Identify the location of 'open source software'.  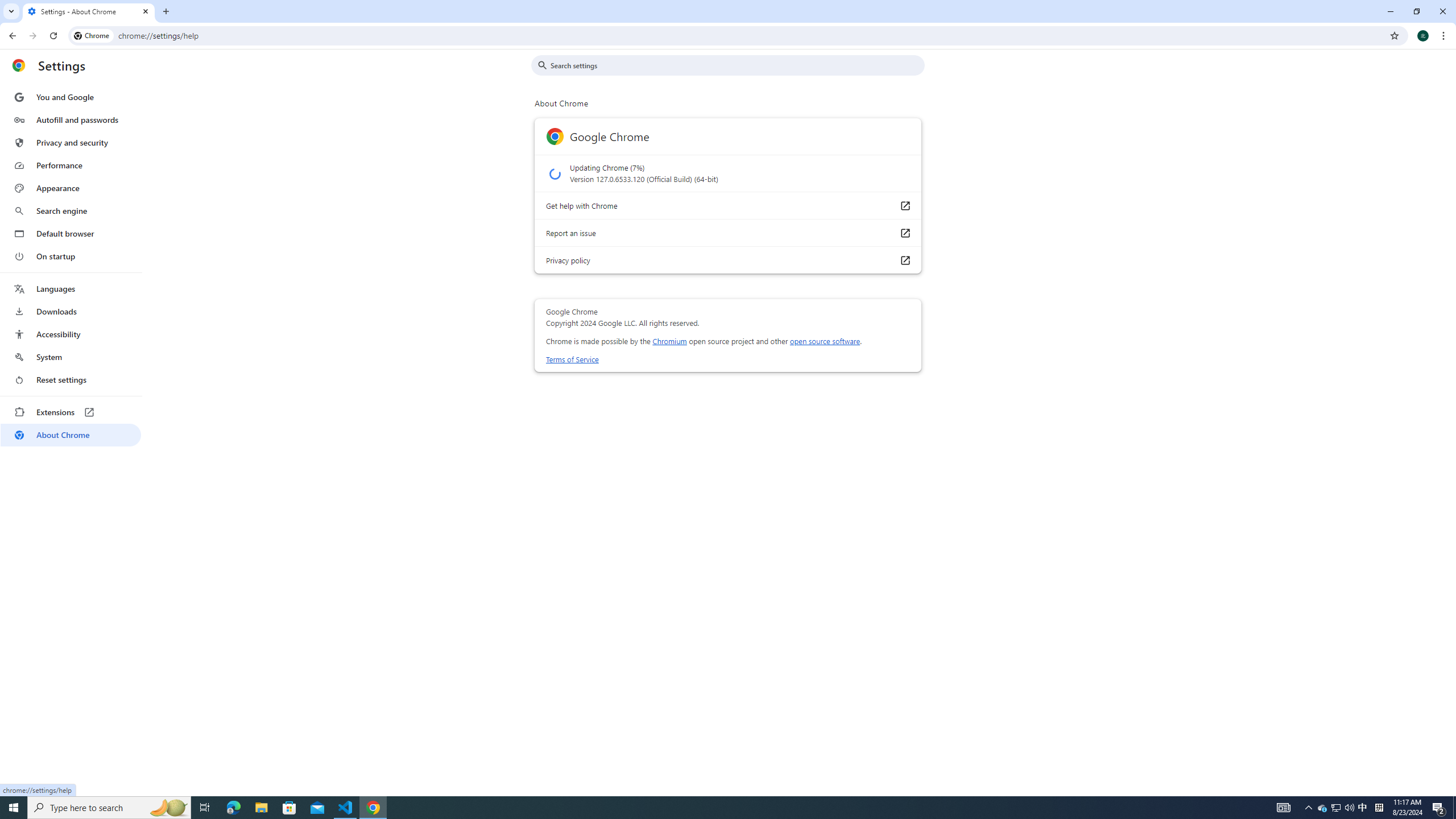
(825, 340).